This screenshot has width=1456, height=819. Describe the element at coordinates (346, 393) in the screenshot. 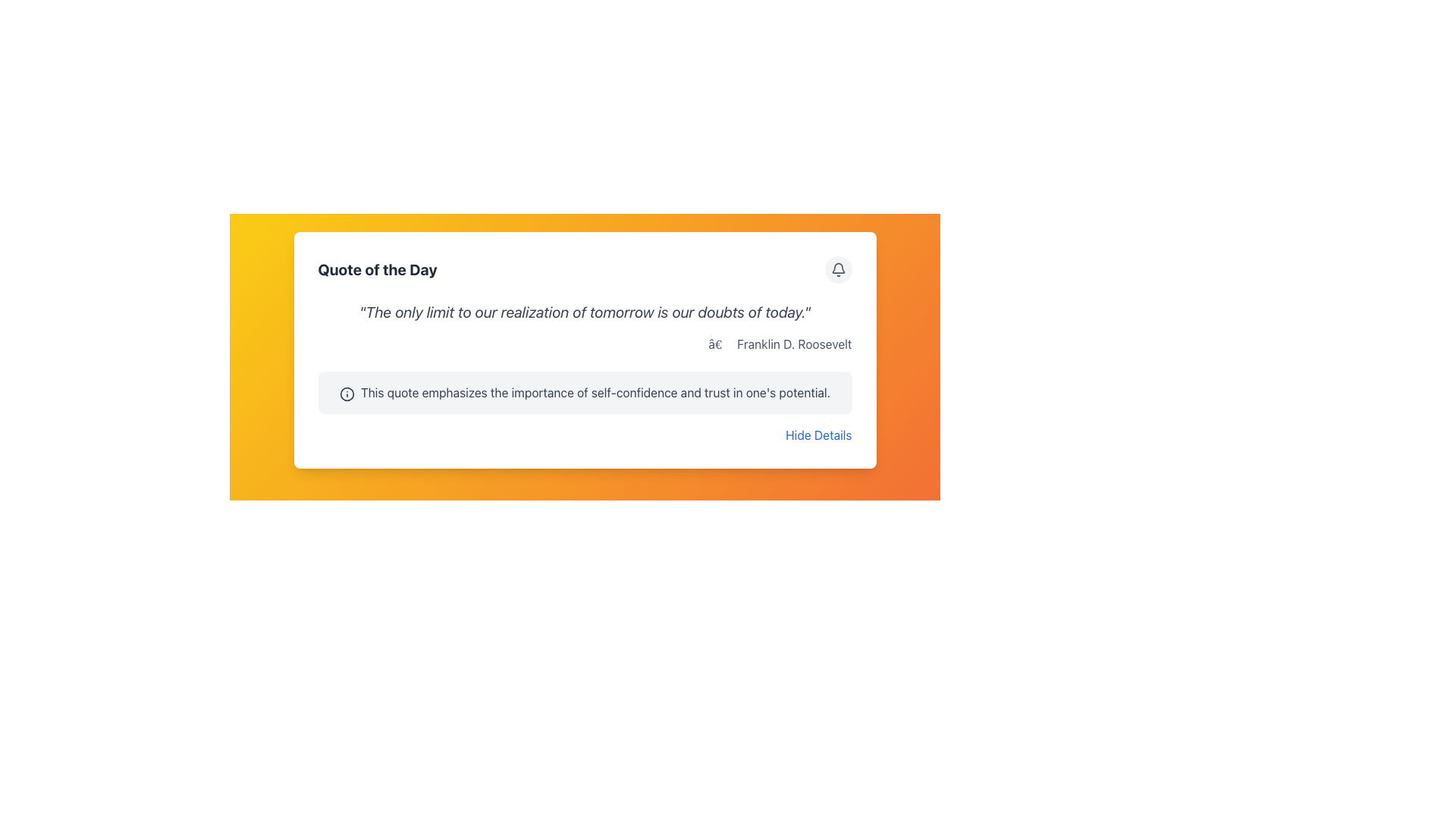

I see `the information icon located at the top-left corner of the rectangular box containing the text about self-confidence to explore further functionalities` at that location.